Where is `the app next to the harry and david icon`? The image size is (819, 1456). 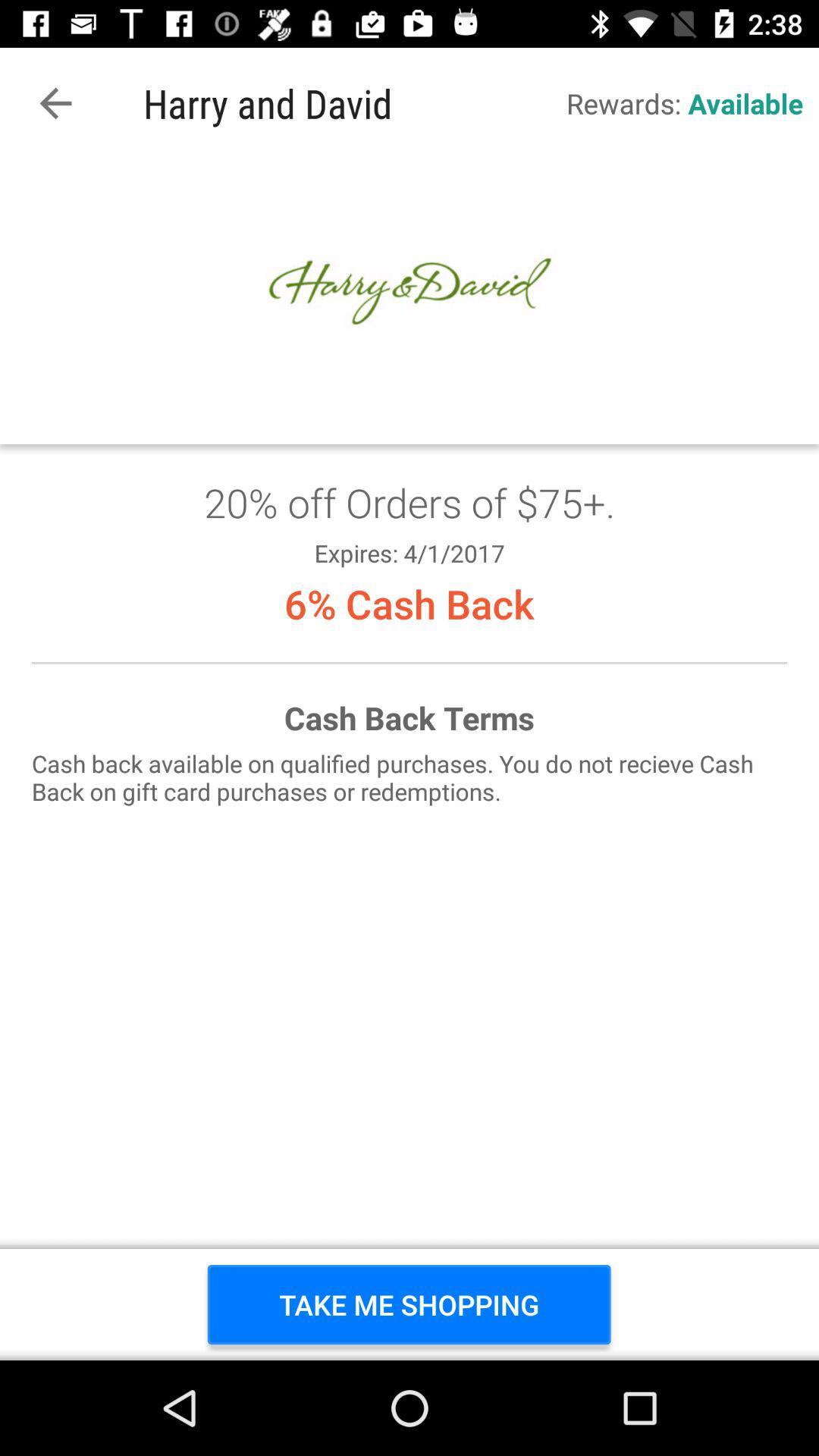
the app next to the harry and david icon is located at coordinates (55, 102).